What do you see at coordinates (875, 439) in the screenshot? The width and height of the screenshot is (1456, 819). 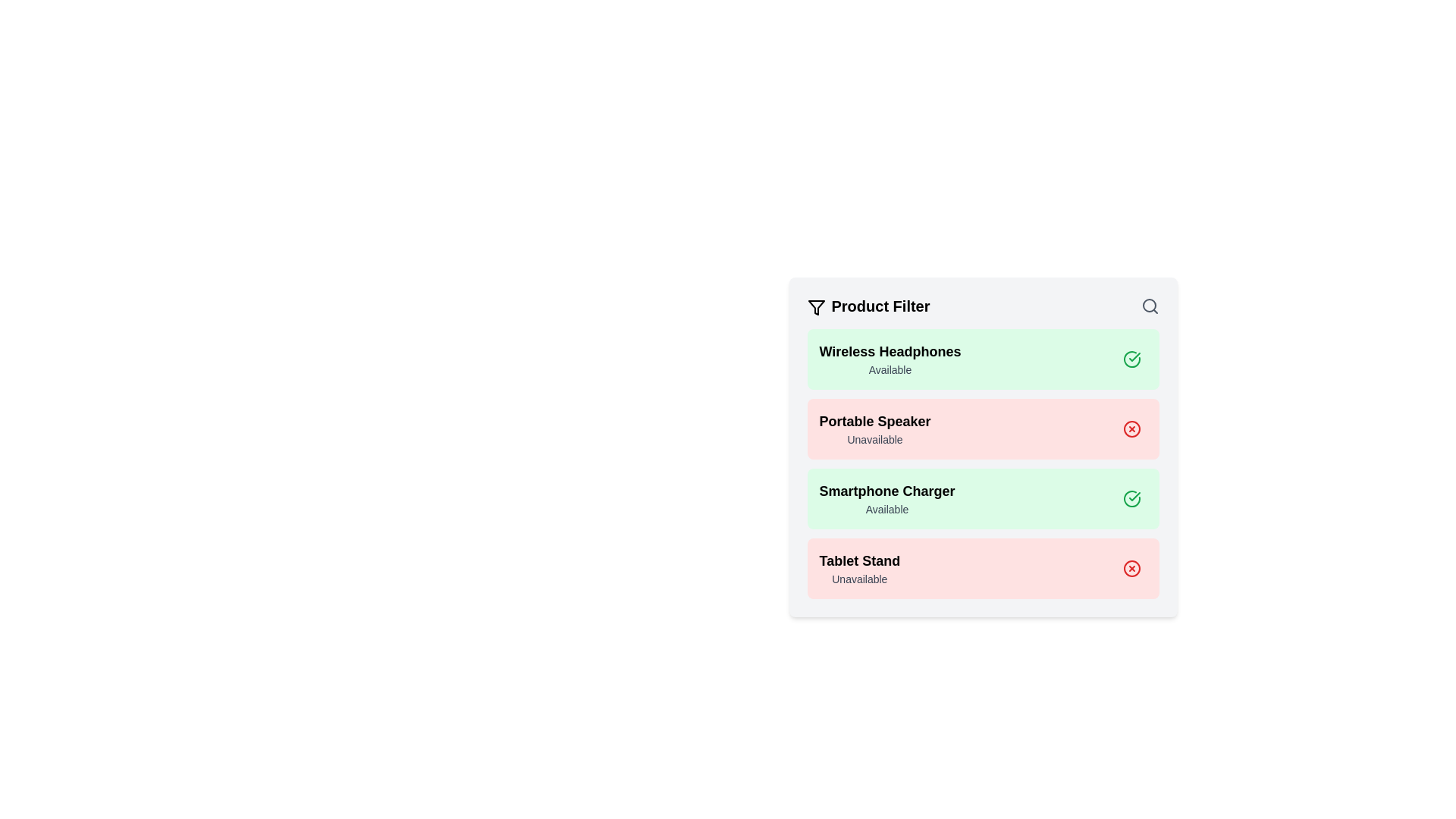 I see `the status indicator text label that notifies users that the product 'Portable Speaker' is currently not available, located below the title text 'Portable Speaker' in the 'Product Filter' list` at bounding box center [875, 439].